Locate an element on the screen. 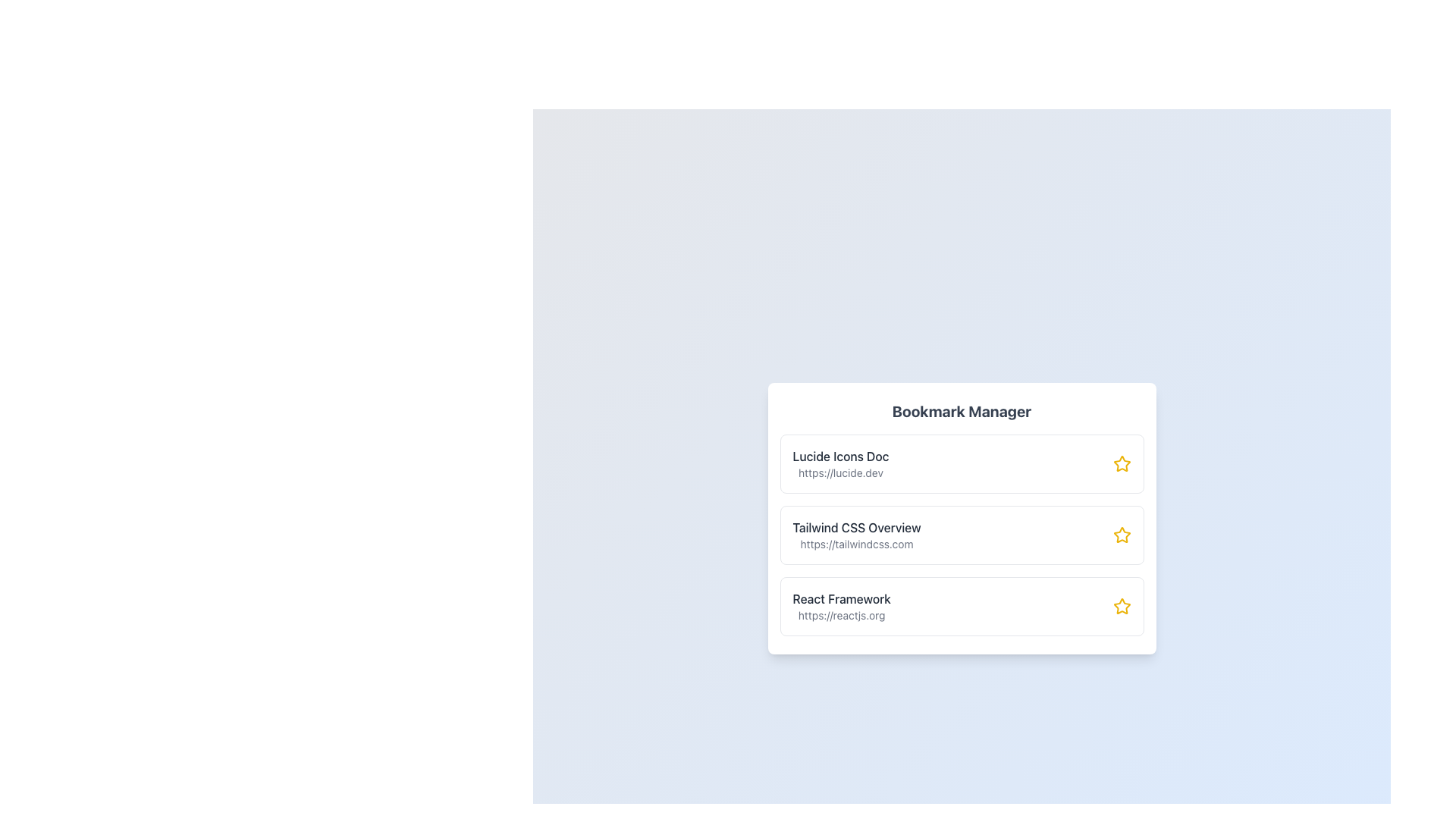 The width and height of the screenshot is (1456, 819). the third star-shaped icon with a yellow border, located to the right of the 'React Framework' bookmark entry is located at coordinates (1122, 605).